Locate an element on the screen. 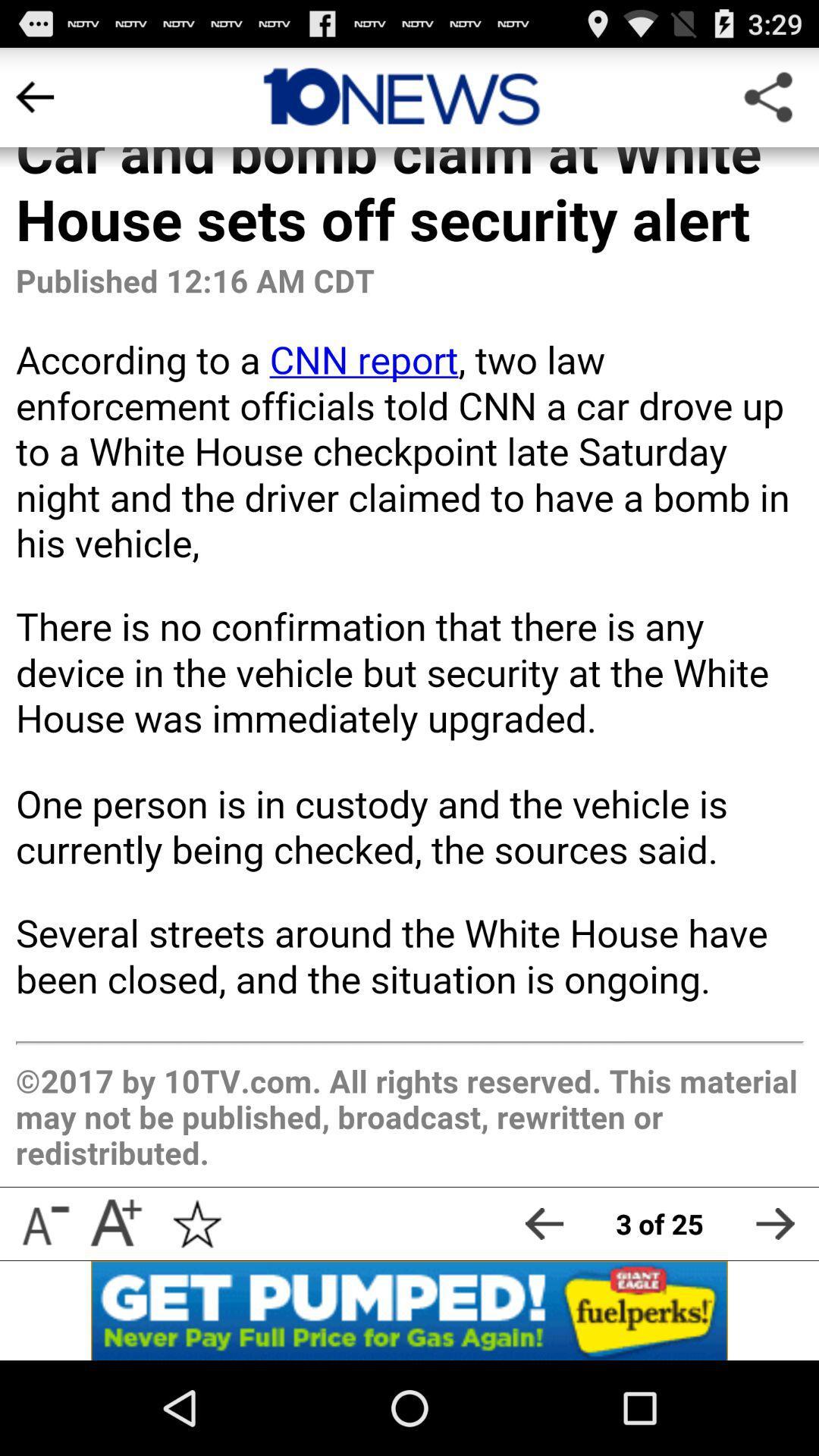 The height and width of the screenshot is (1456, 819). the font icon is located at coordinates (42, 1309).